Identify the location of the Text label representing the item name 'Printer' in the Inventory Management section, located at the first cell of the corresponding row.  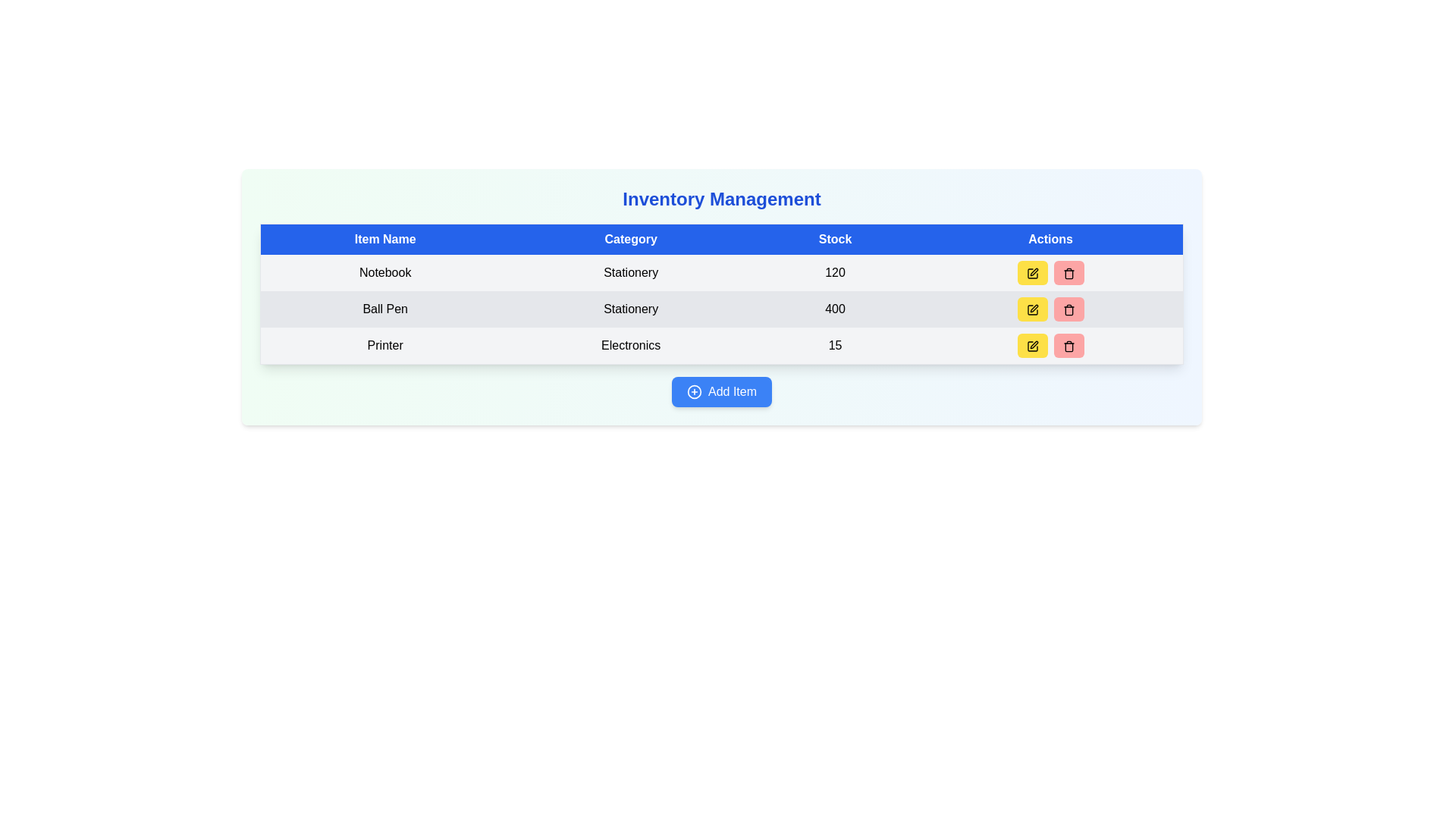
(384, 346).